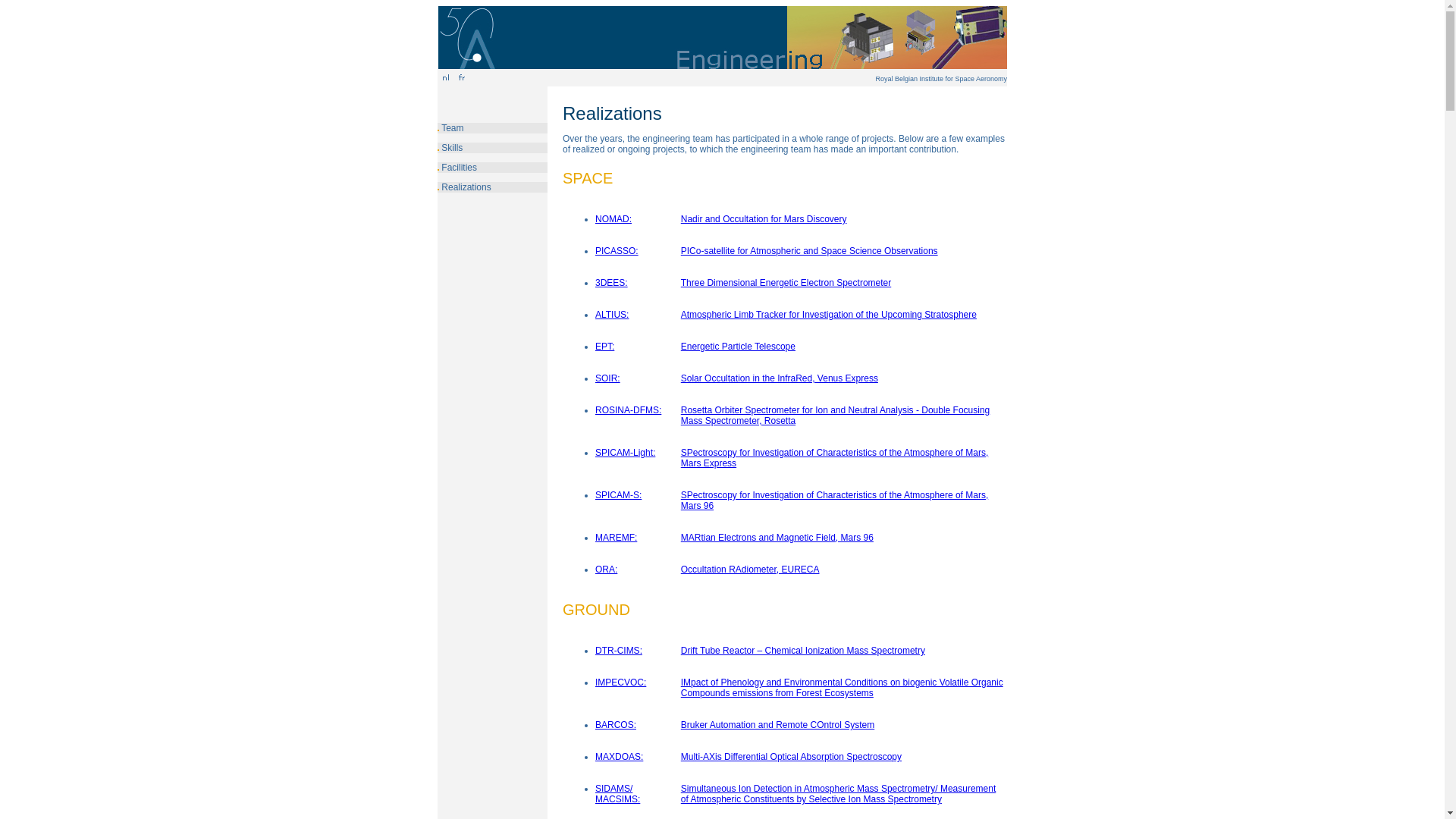 The width and height of the screenshot is (1456, 819). I want to click on 'BARCOS:', so click(615, 724).